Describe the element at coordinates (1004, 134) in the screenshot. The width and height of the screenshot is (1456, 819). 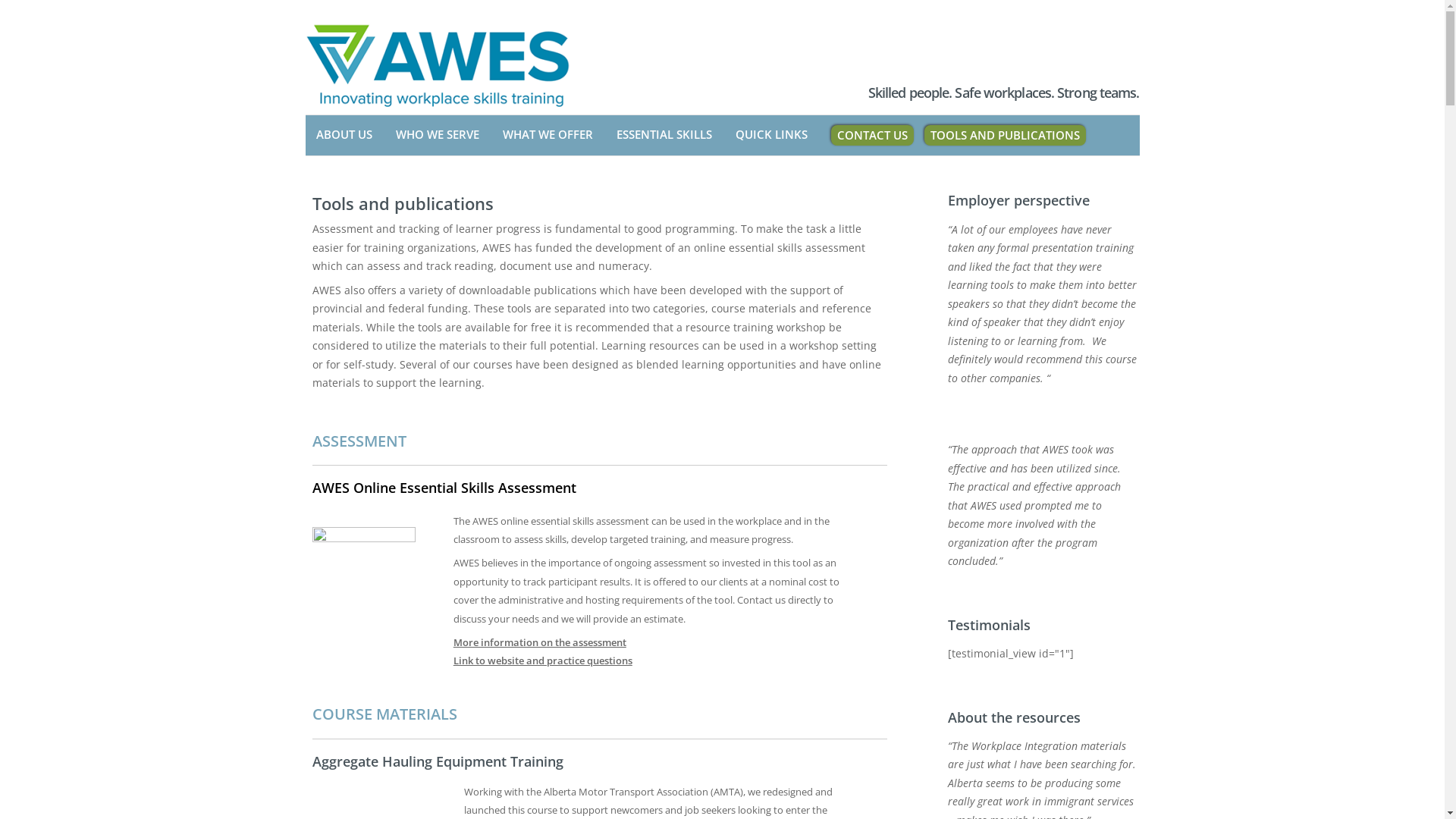
I see `'TOOLS AND PUBLICATIONS'` at that location.